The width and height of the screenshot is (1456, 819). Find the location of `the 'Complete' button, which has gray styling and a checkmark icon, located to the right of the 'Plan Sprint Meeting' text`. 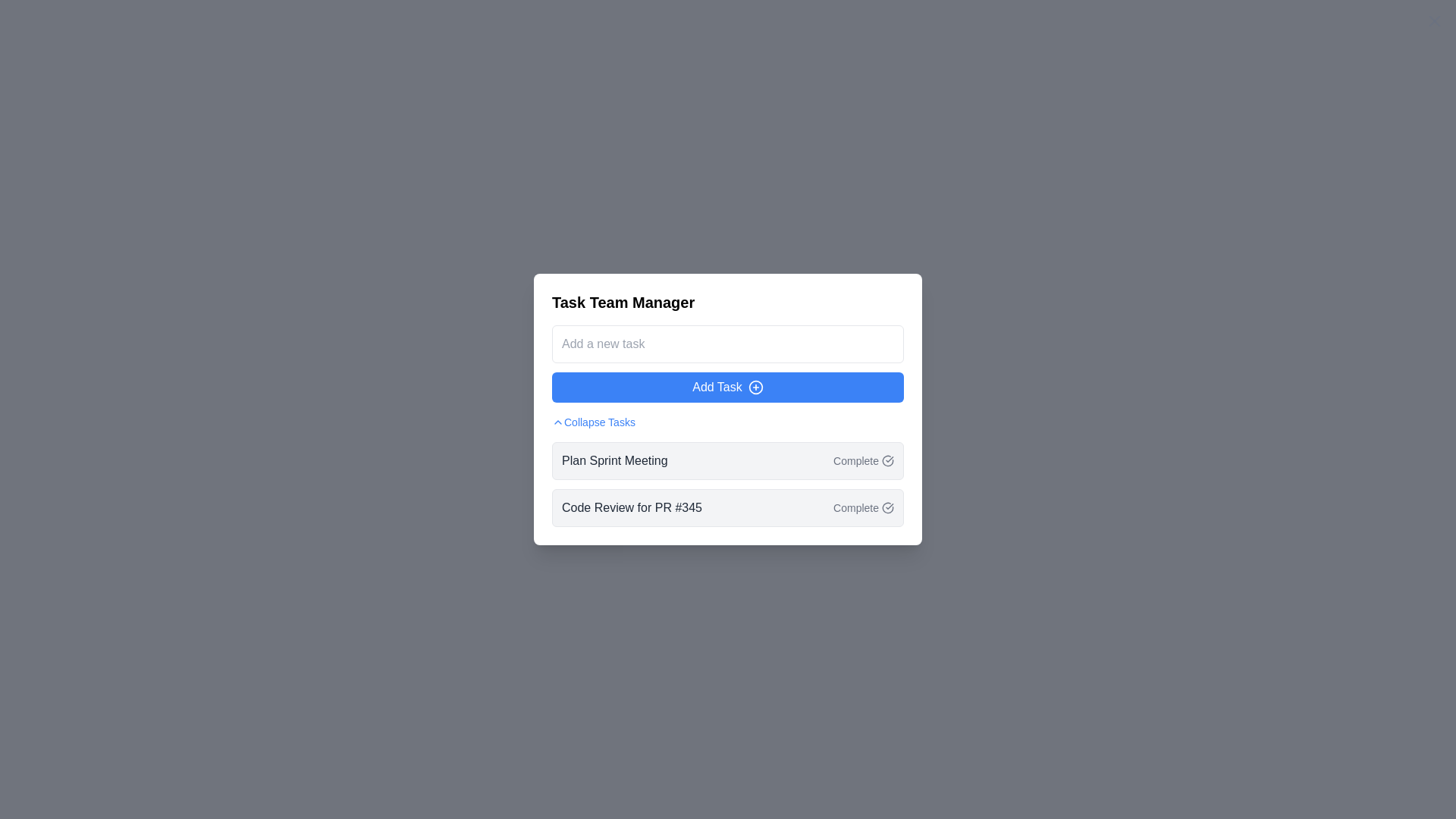

the 'Complete' button, which has gray styling and a checkmark icon, located to the right of the 'Plan Sprint Meeting' text is located at coordinates (863, 460).